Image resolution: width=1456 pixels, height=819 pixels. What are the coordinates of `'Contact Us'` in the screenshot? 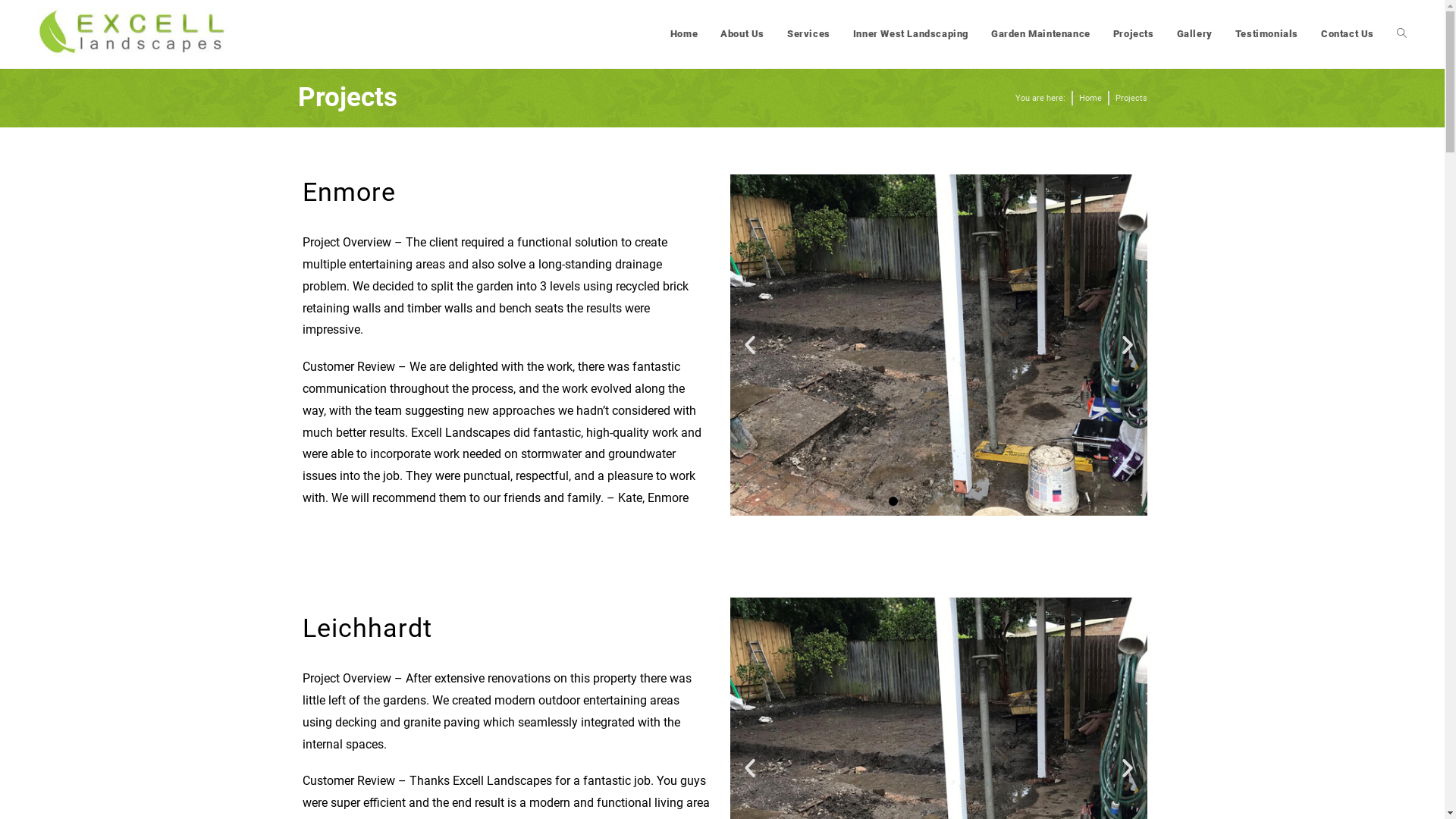 It's located at (1347, 34).